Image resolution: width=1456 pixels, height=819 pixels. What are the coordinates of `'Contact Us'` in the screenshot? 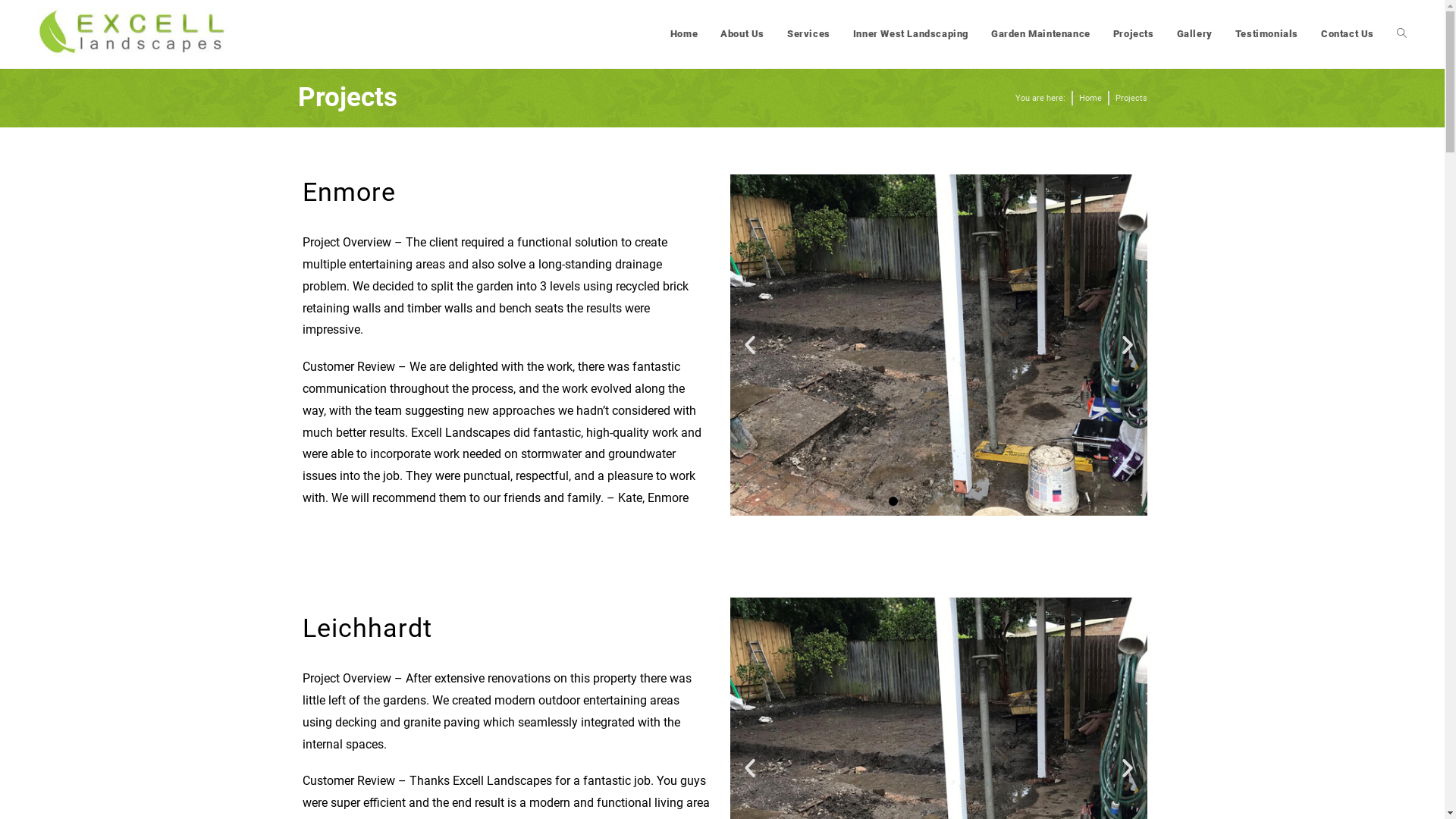 It's located at (1347, 34).